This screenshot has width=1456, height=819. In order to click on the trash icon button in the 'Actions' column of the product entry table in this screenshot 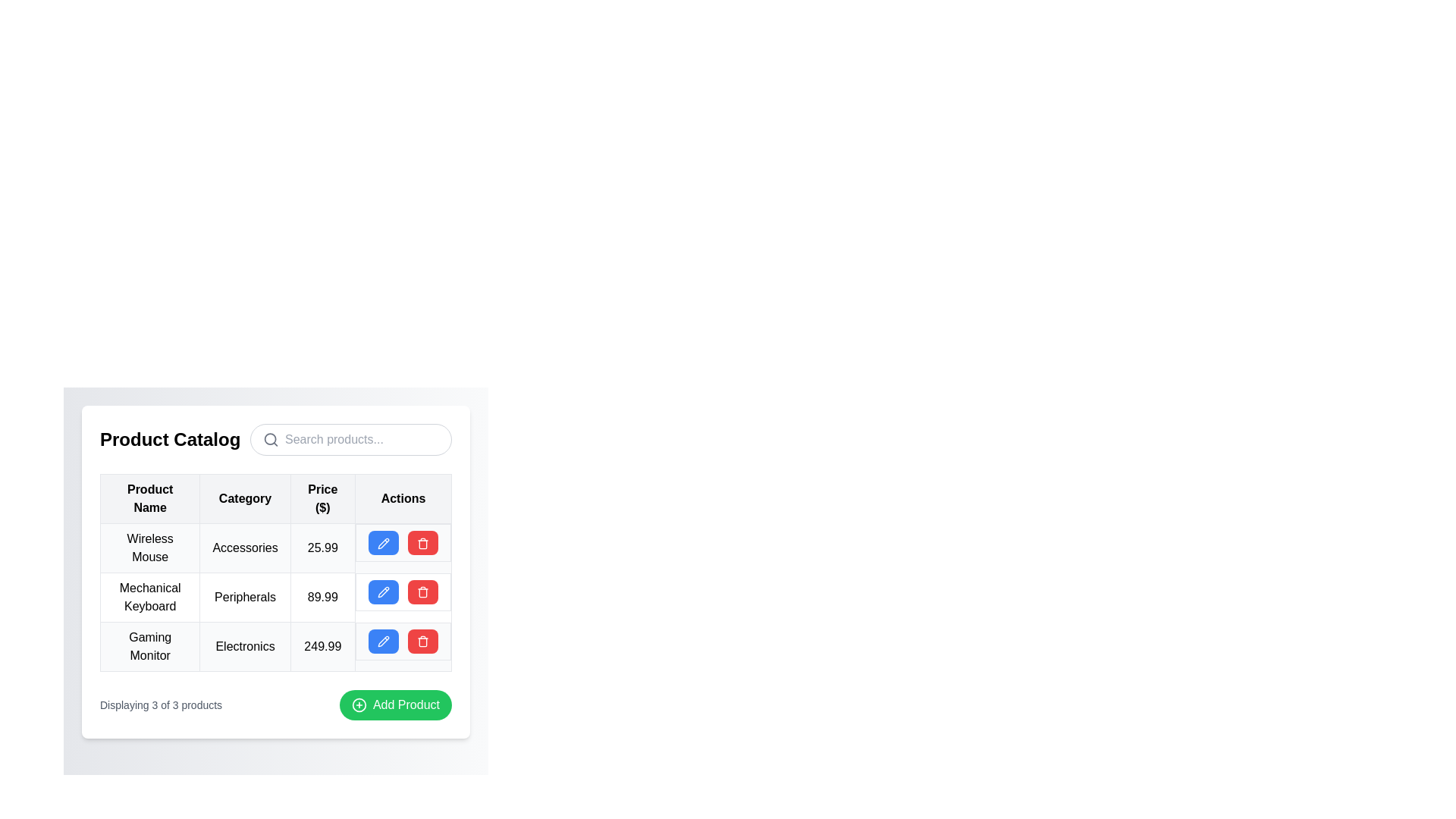, I will do `click(422, 642)`.